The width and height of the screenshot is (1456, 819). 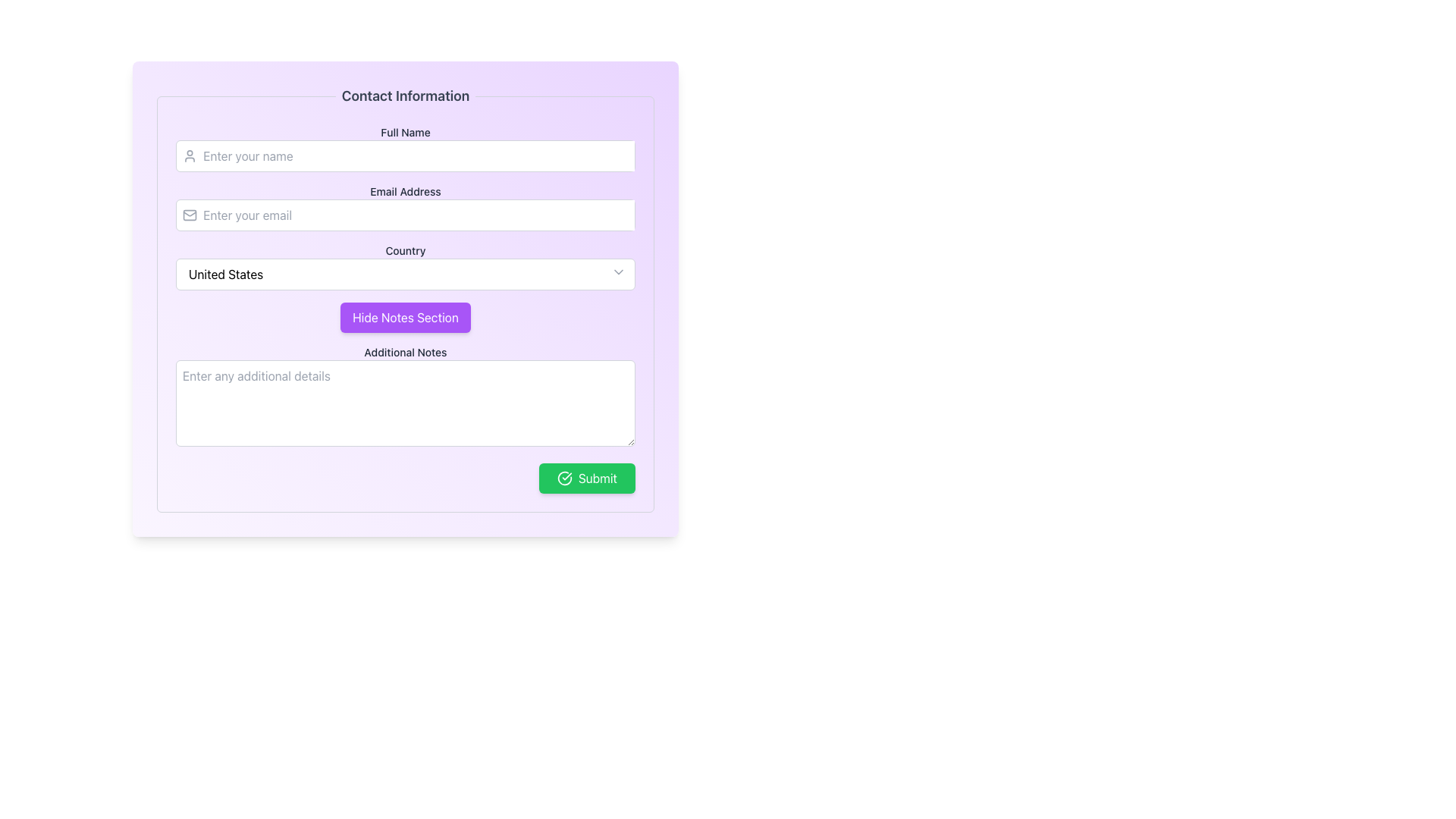 What do you see at coordinates (189, 155) in the screenshot?
I see `the user icon, which is a small gray SVG graphic of a human figure with a circular head and curved shoulders, located to the left of the 'Enter your name' text input field` at bounding box center [189, 155].